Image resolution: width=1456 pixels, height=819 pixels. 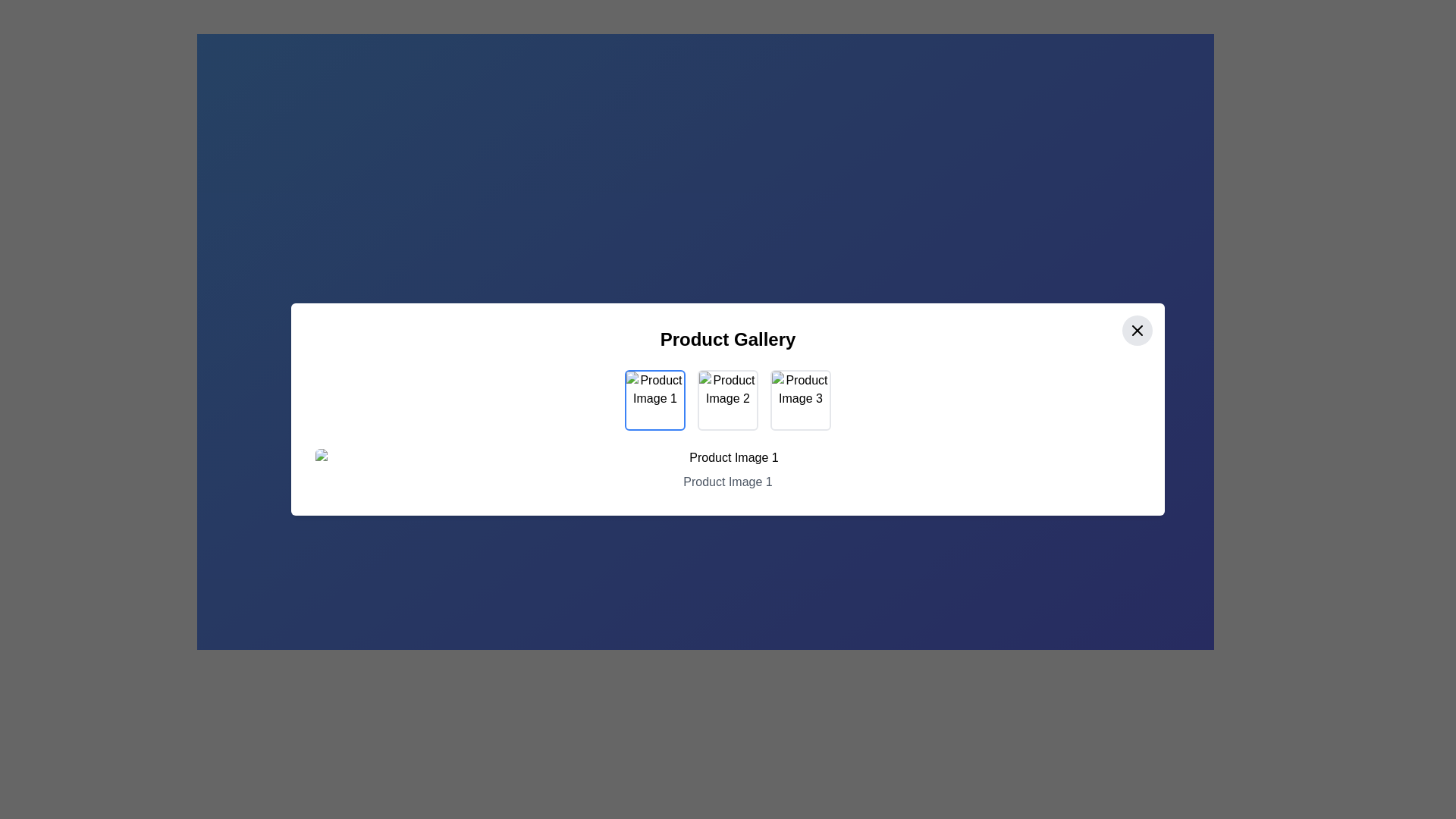 What do you see at coordinates (655, 400) in the screenshot?
I see `the image thumbnail labeled 'Product Image 1', which is a square image with rounded corners and a blue border` at bounding box center [655, 400].